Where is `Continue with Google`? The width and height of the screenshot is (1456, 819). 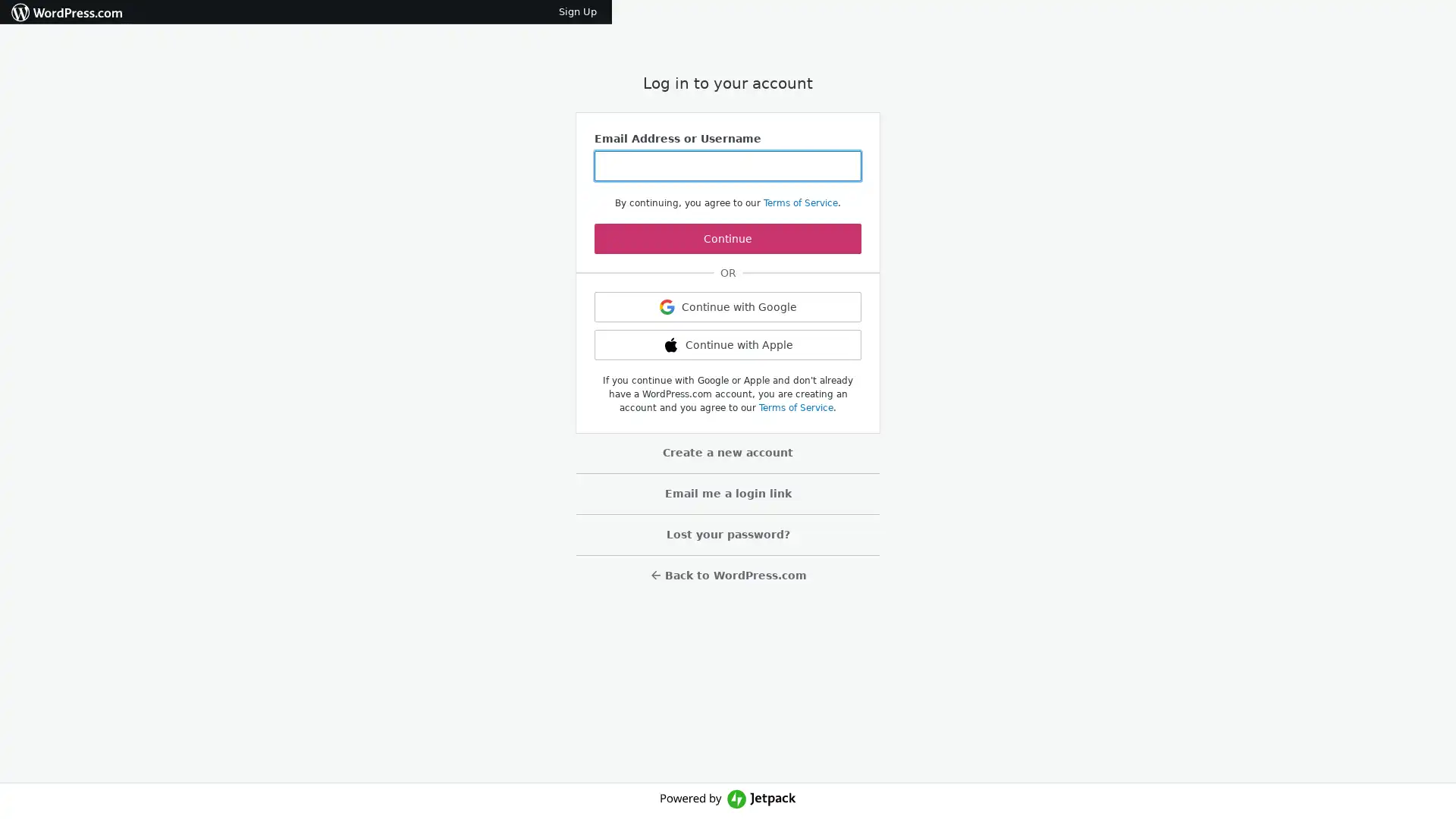
Continue with Google is located at coordinates (728, 307).